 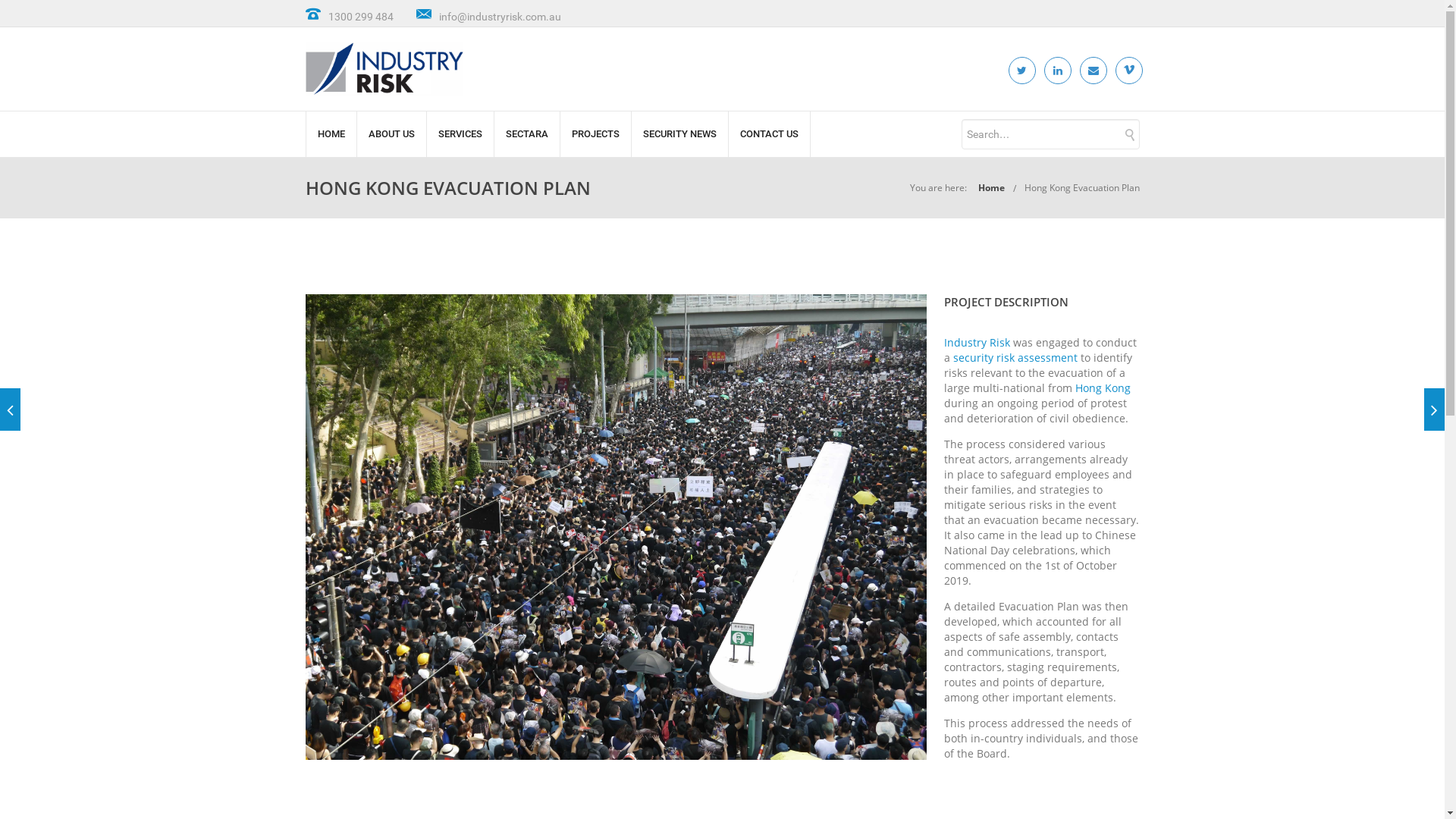 I want to click on 'Industry Risk', so click(x=977, y=342).